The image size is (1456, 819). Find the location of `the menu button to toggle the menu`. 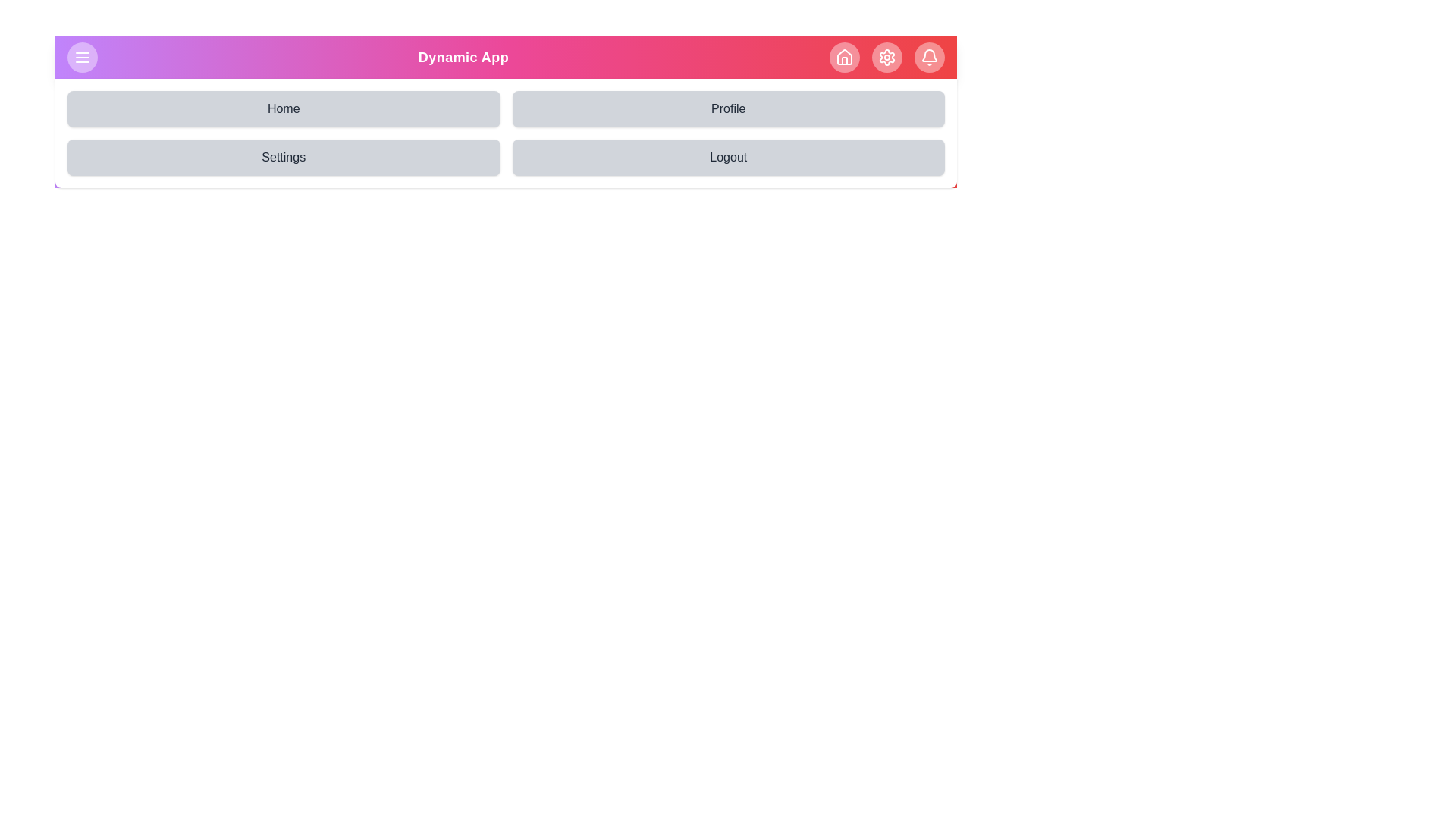

the menu button to toggle the menu is located at coordinates (82, 57).